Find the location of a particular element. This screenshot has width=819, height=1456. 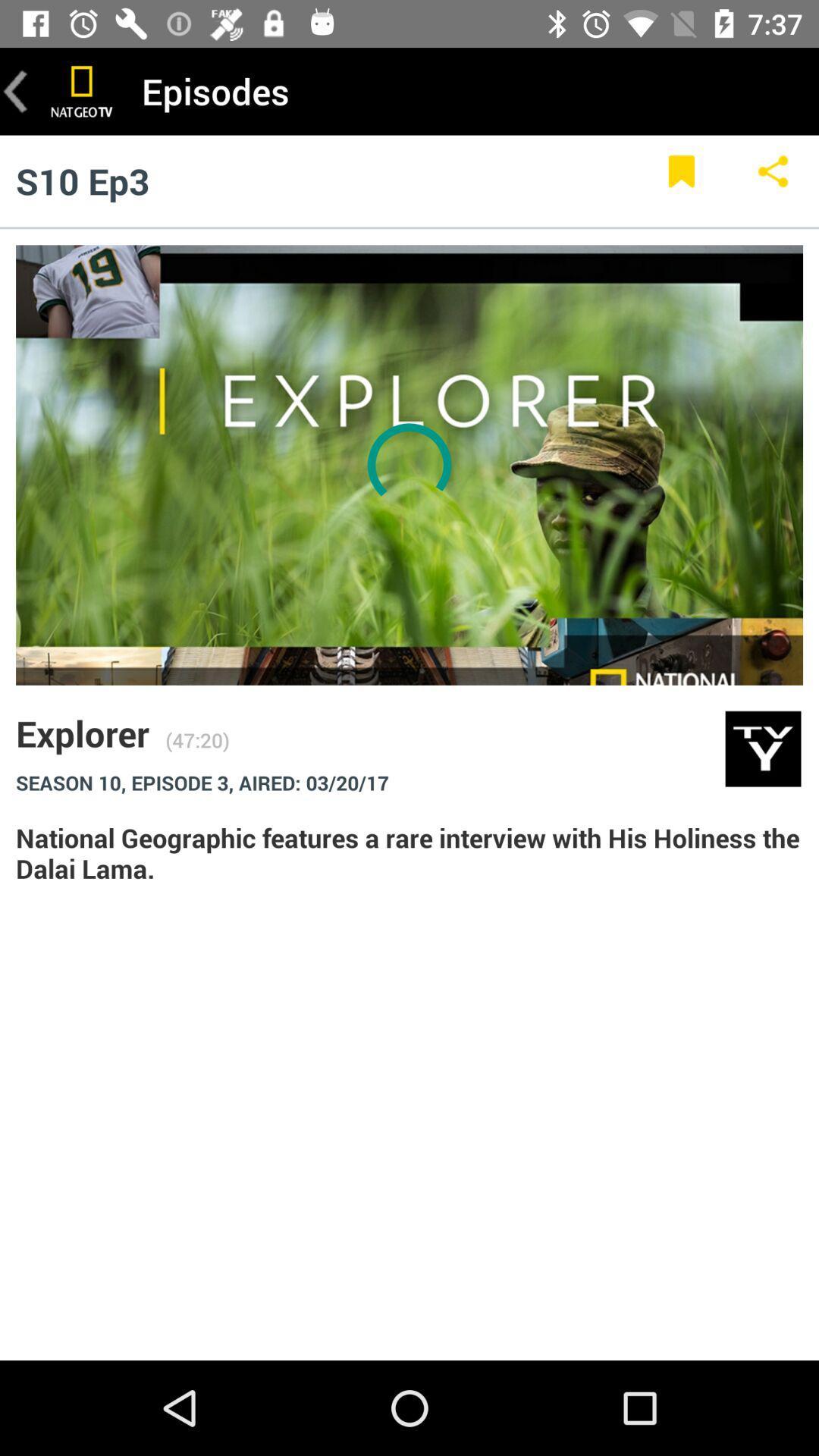

go back is located at coordinates (15, 90).